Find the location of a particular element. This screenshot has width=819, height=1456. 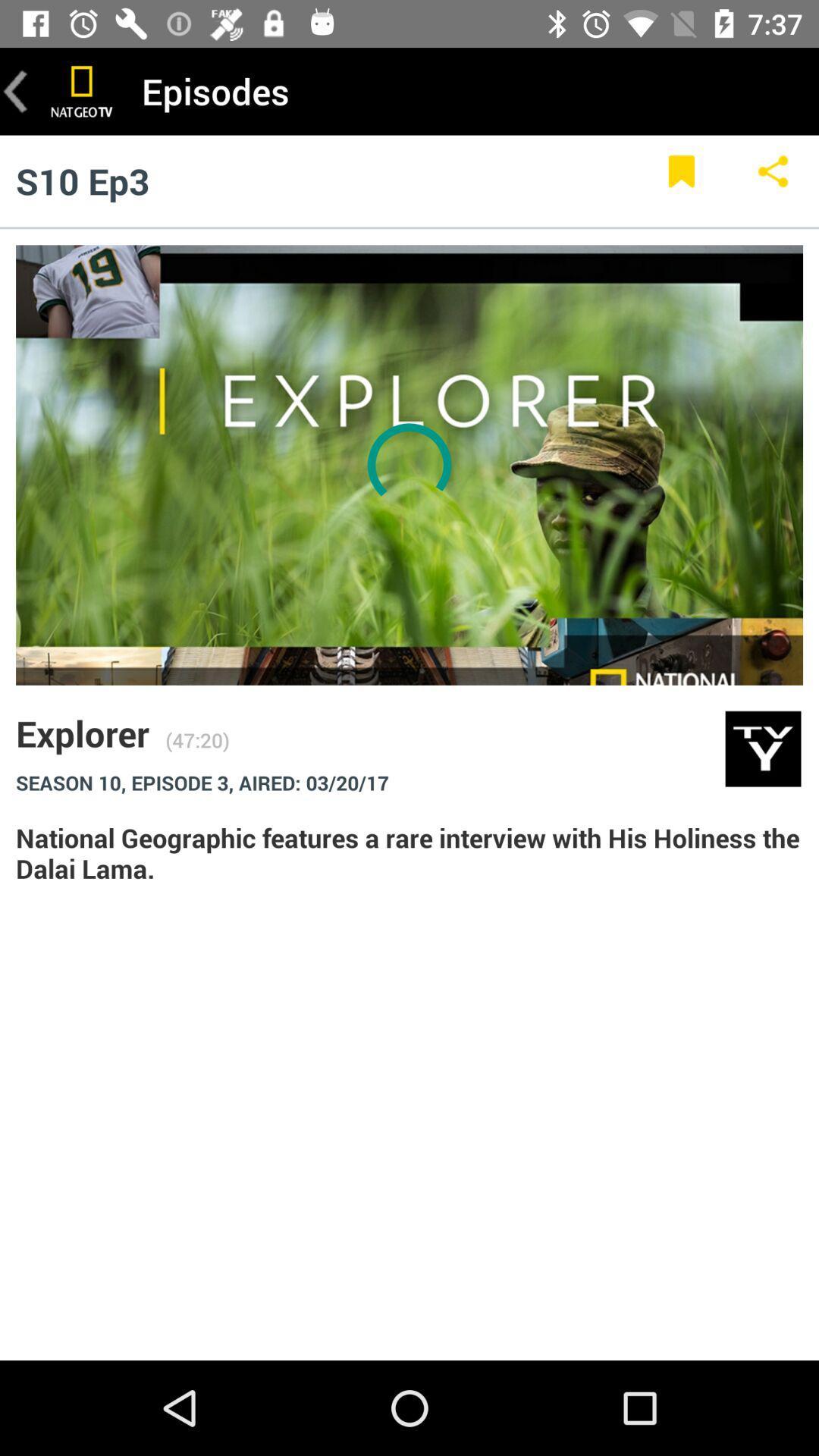

go back is located at coordinates (15, 90).